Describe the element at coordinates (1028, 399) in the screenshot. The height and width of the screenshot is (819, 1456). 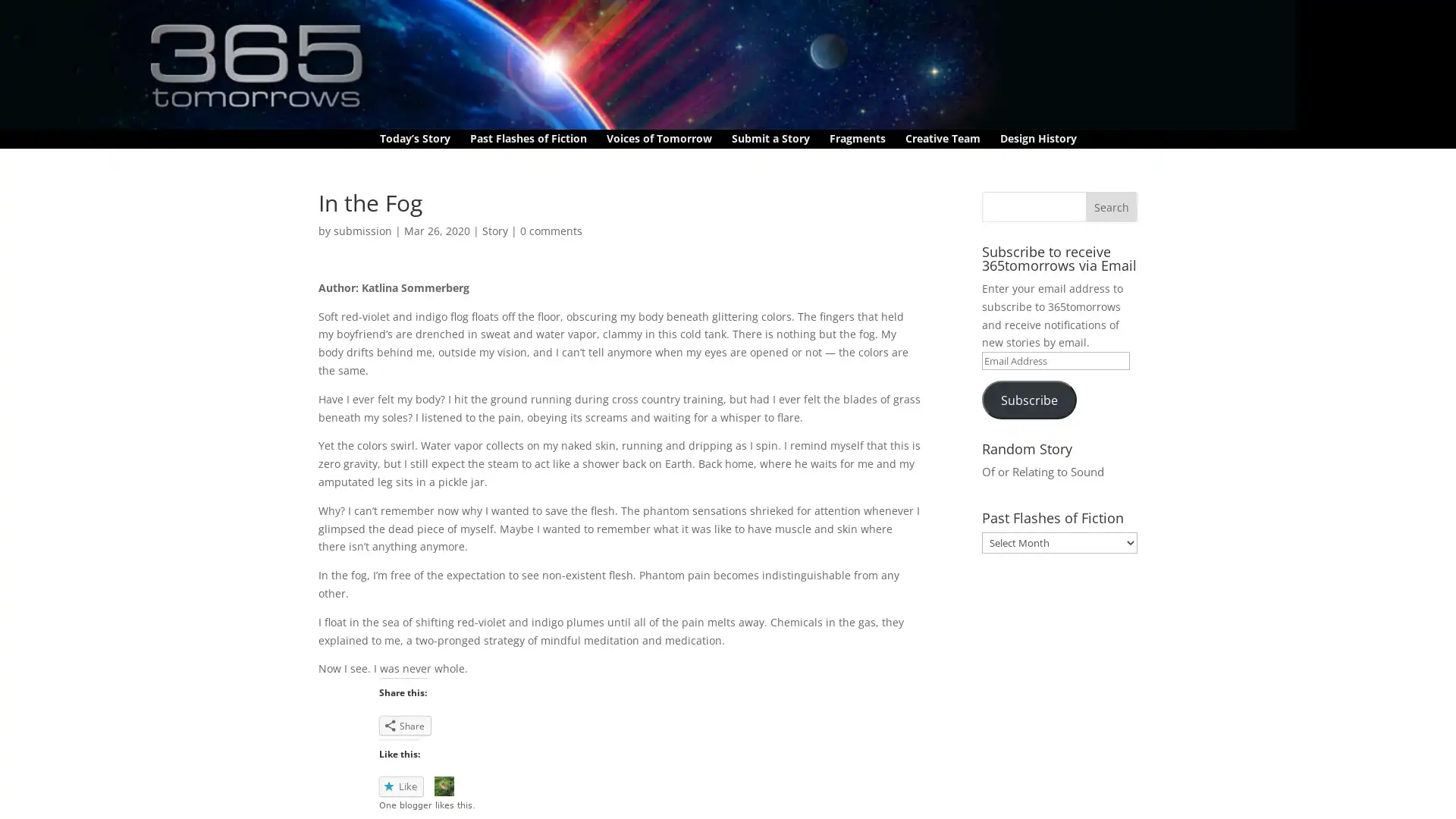
I see `Subscribe` at that location.